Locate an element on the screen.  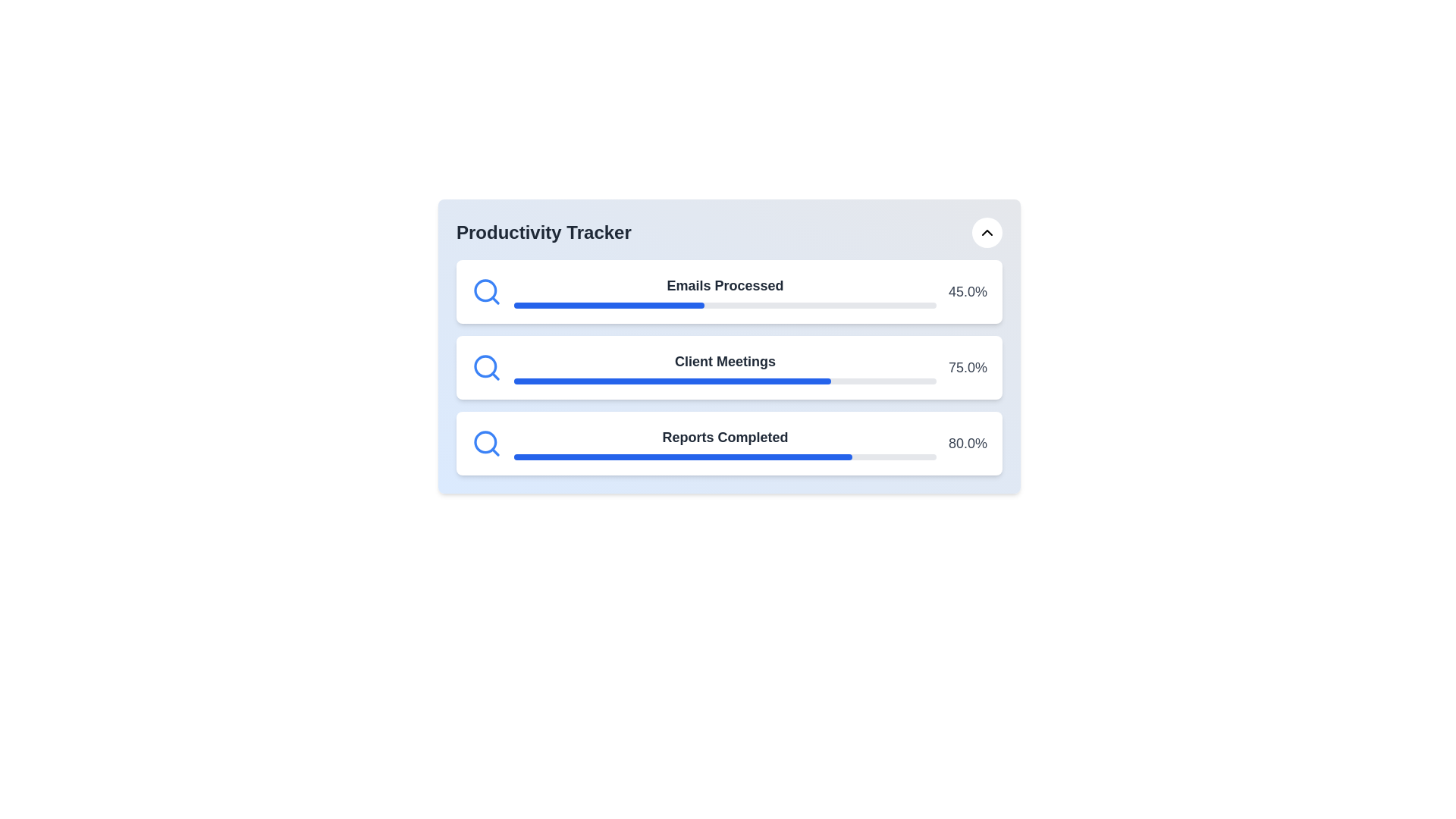
the progress indication value of the horizontal progress bar located beneath the 'Client Meetings' text, which visually represents the task's progress with a blue filled portion is located at coordinates (724, 380).